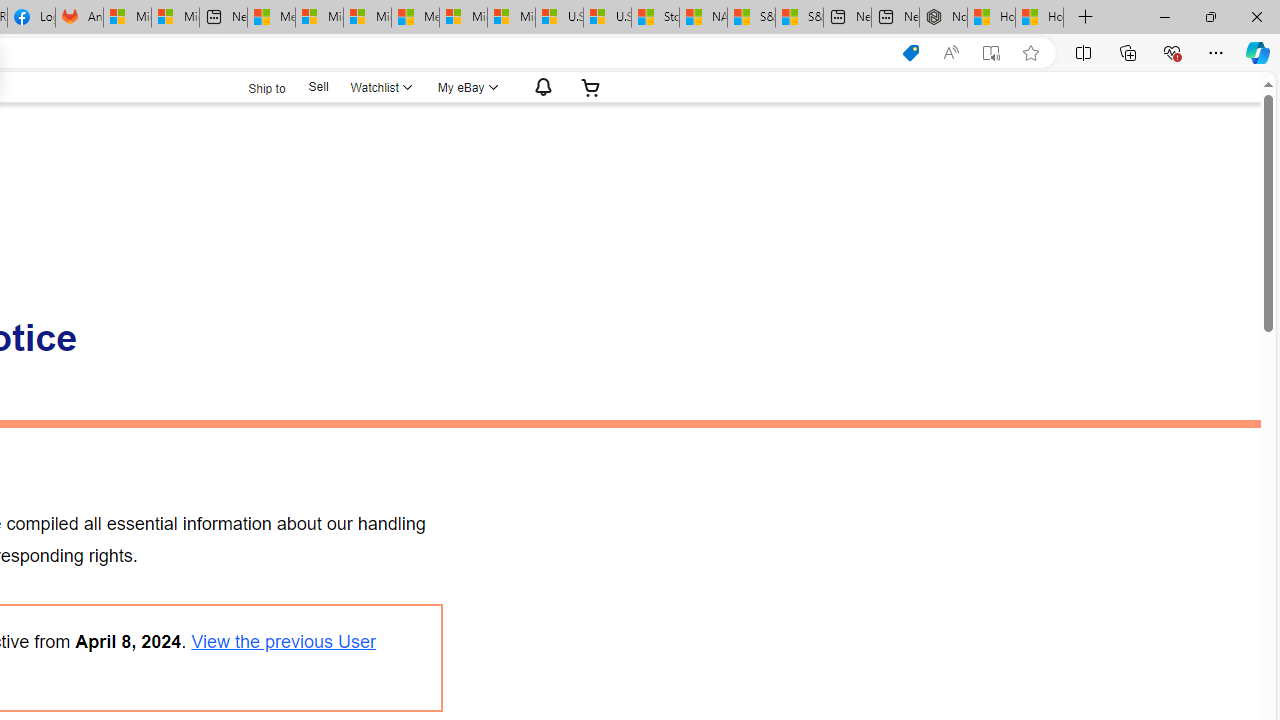 The image size is (1280, 720). What do you see at coordinates (367, 17) in the screenshot?
I see `'Microsoft account | Home'` at bounding box center [367, 17].